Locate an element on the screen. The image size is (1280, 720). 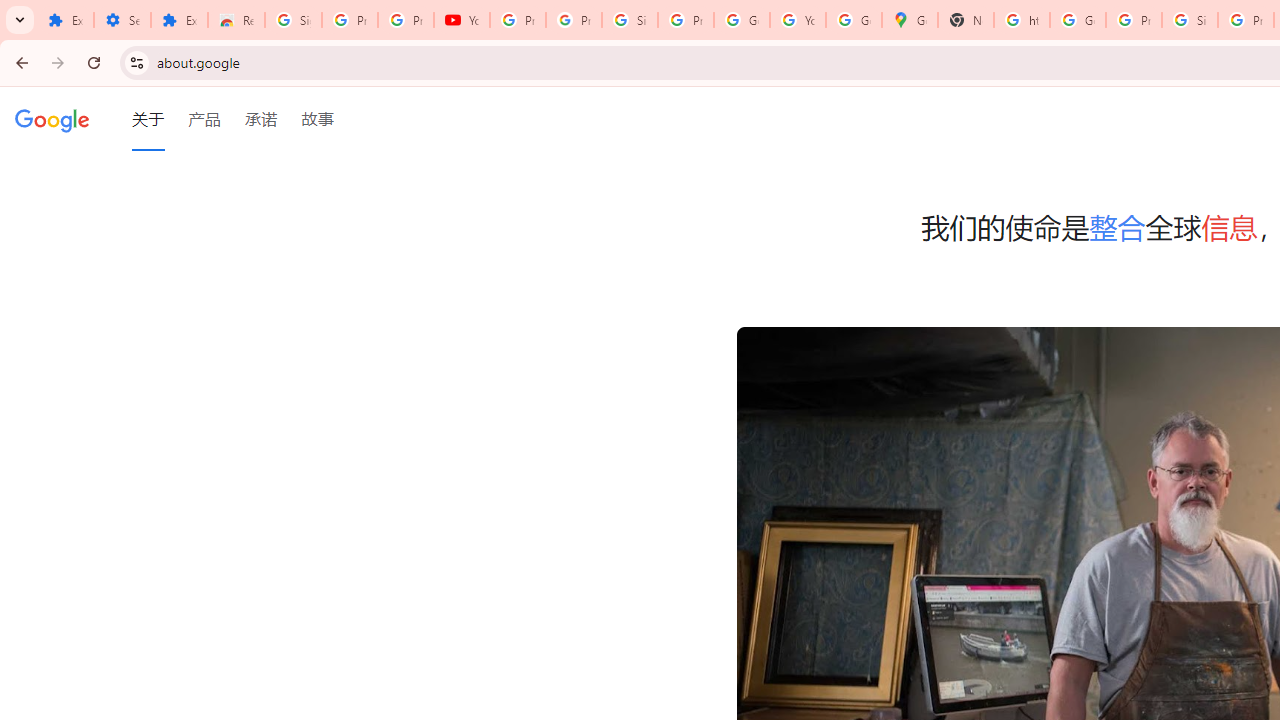
'Google Maps' is located at coordinates (909, 20).